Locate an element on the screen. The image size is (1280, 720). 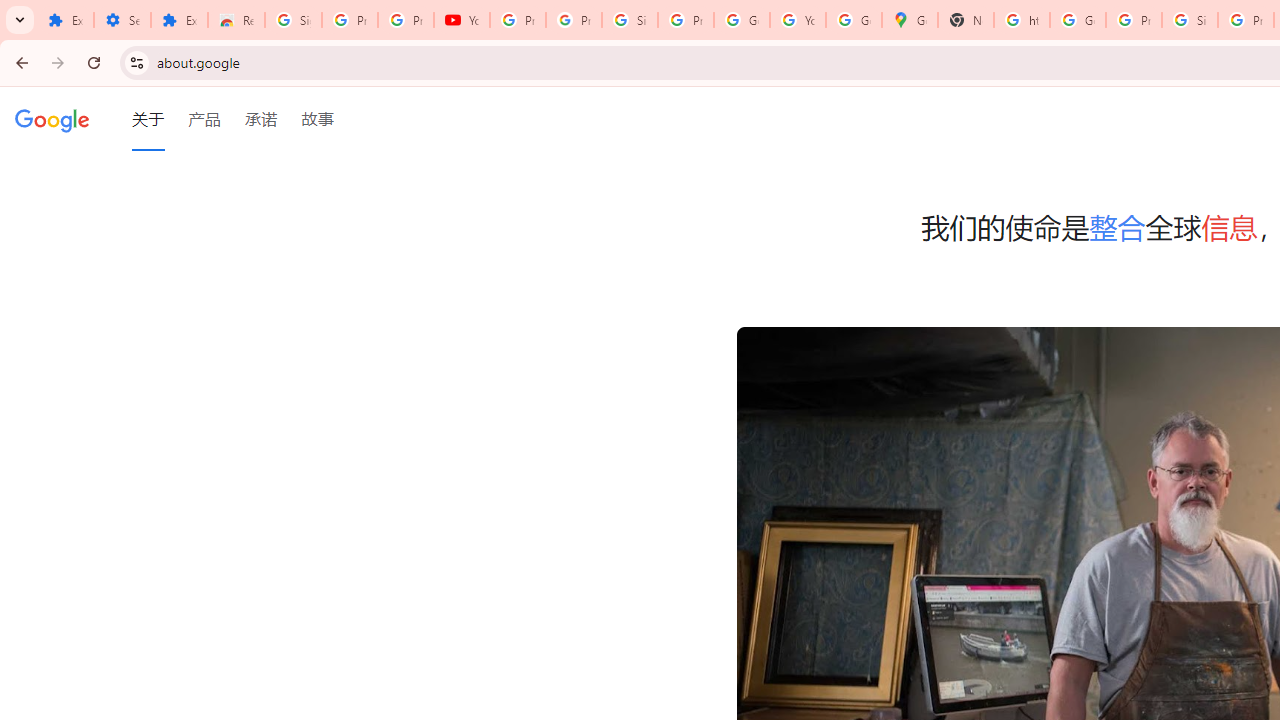
'Google Maps' is located at coordinates (909, 20).